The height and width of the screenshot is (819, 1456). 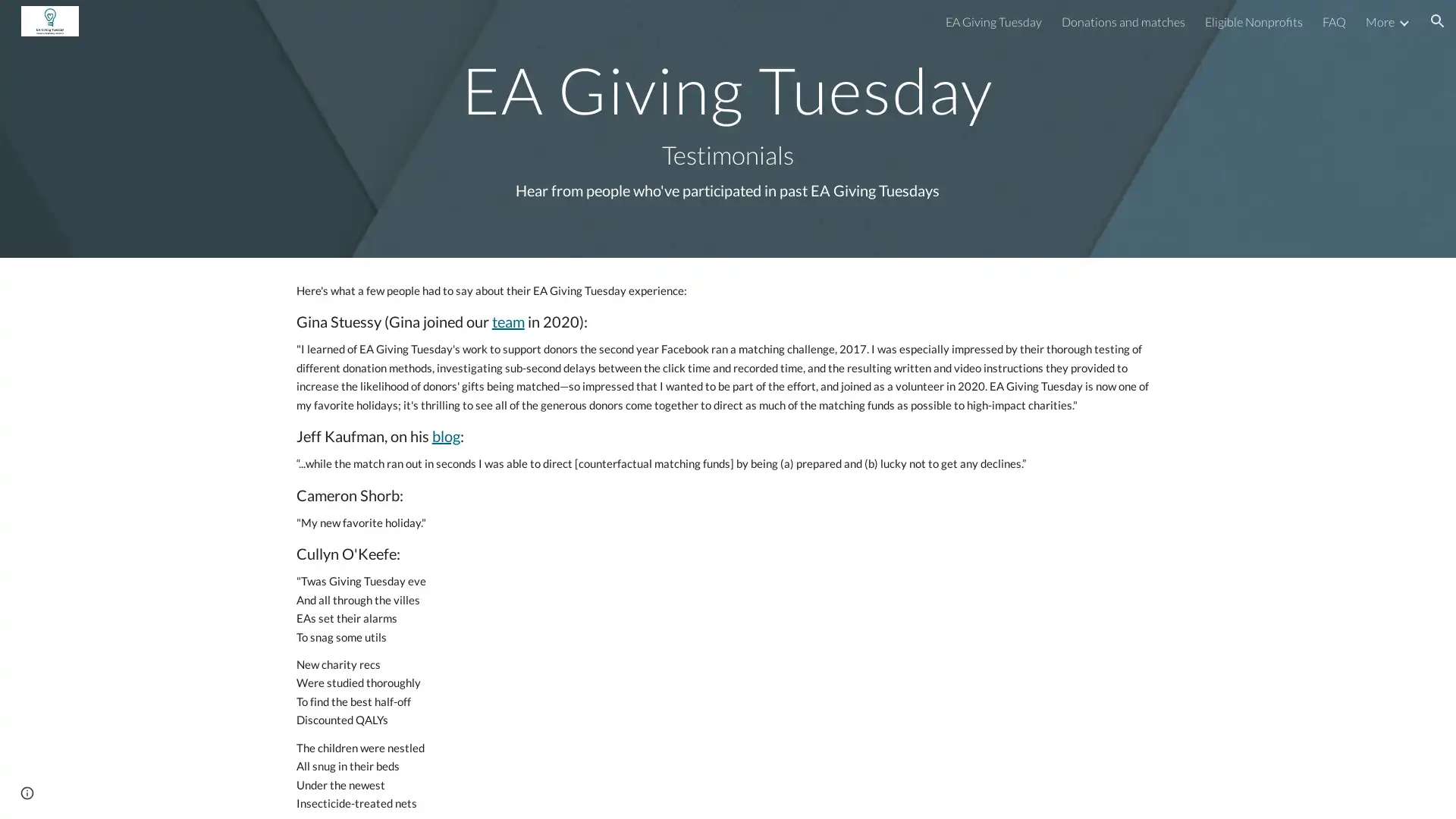 I want to click on Report abuse, so click(x=74, y=792).